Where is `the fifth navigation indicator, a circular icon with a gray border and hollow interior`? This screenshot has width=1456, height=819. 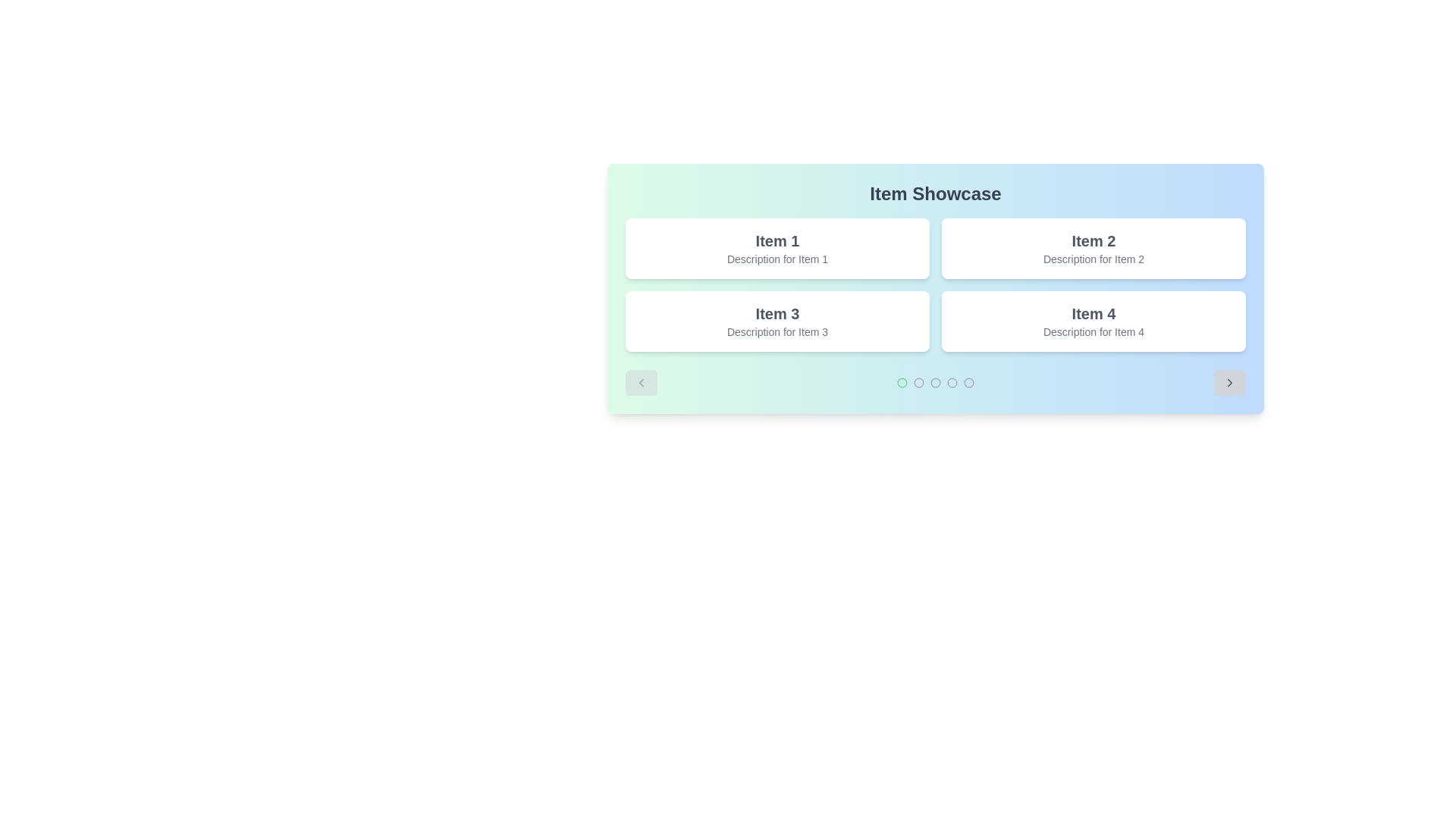
the fifth navigation indicator, a circular icon with a gray border and hollow interior is located at coordinates (968, 382).